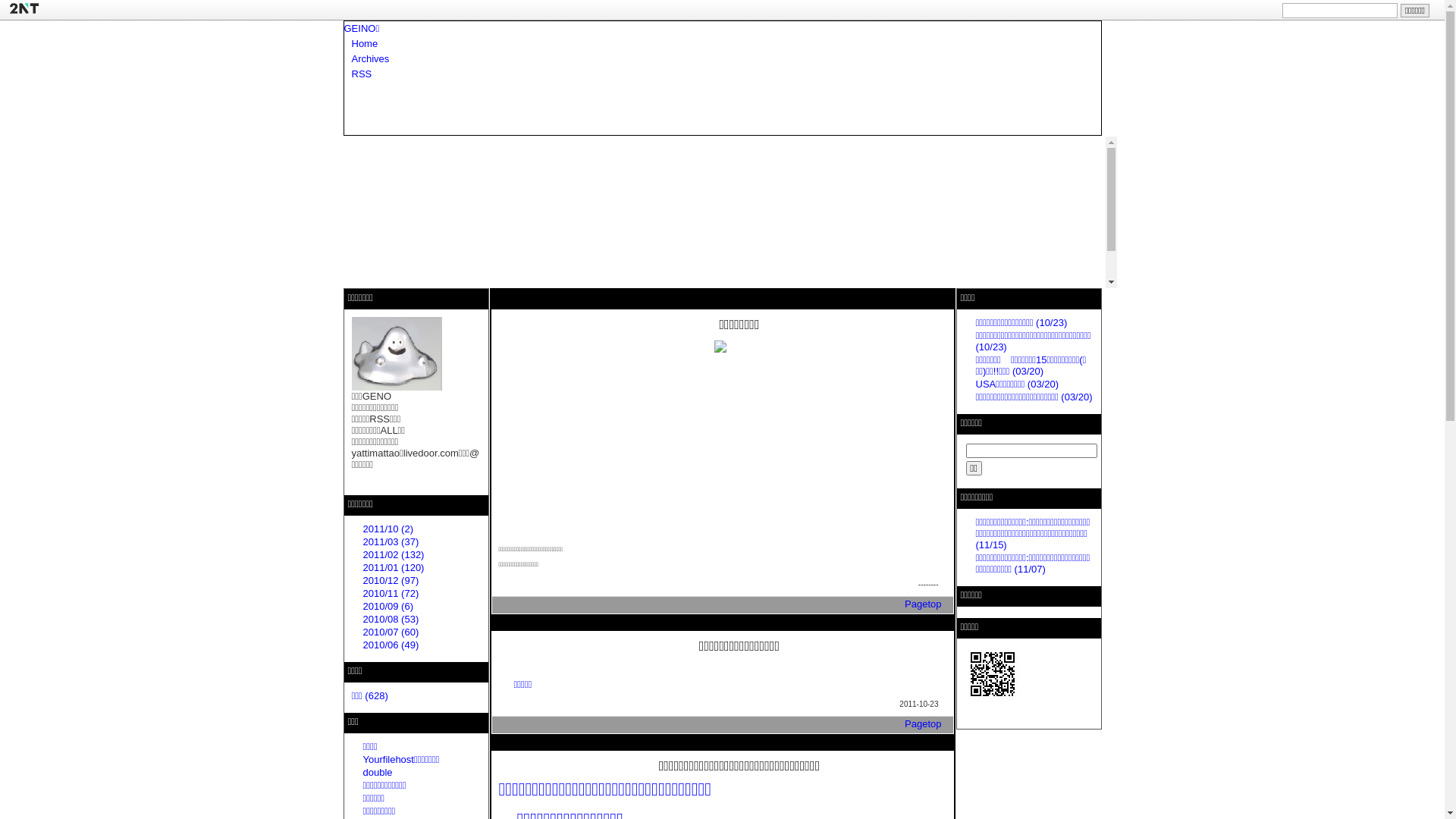 The image size is (1456, 819). Describe the element at coordinates (362, 605) in the screenshot. I see `'2010/09 (6)'` at that location.